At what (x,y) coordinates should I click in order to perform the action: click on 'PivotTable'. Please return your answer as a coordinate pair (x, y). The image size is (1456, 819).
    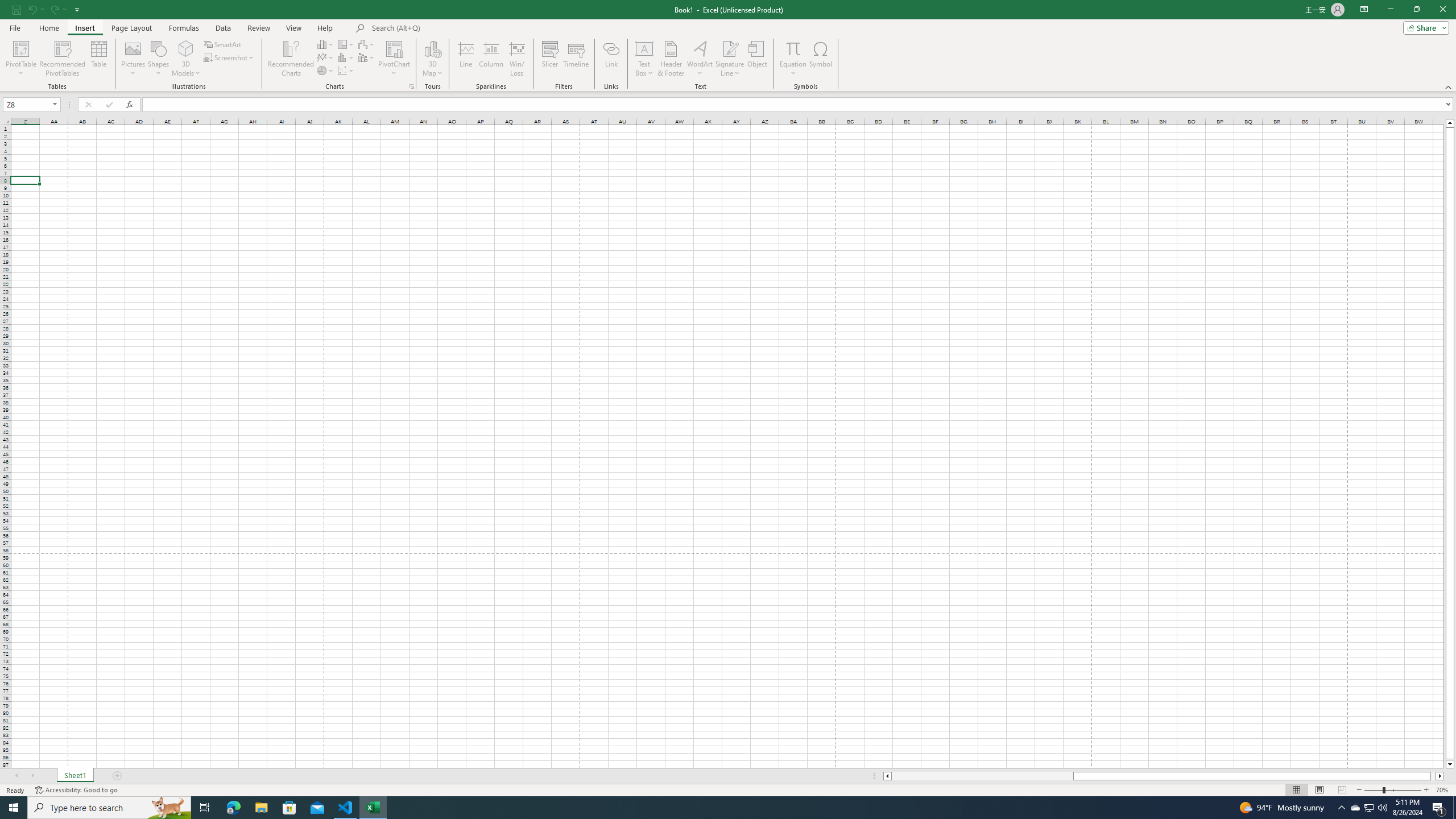
    Looking at the image, I should click on (20, 59).